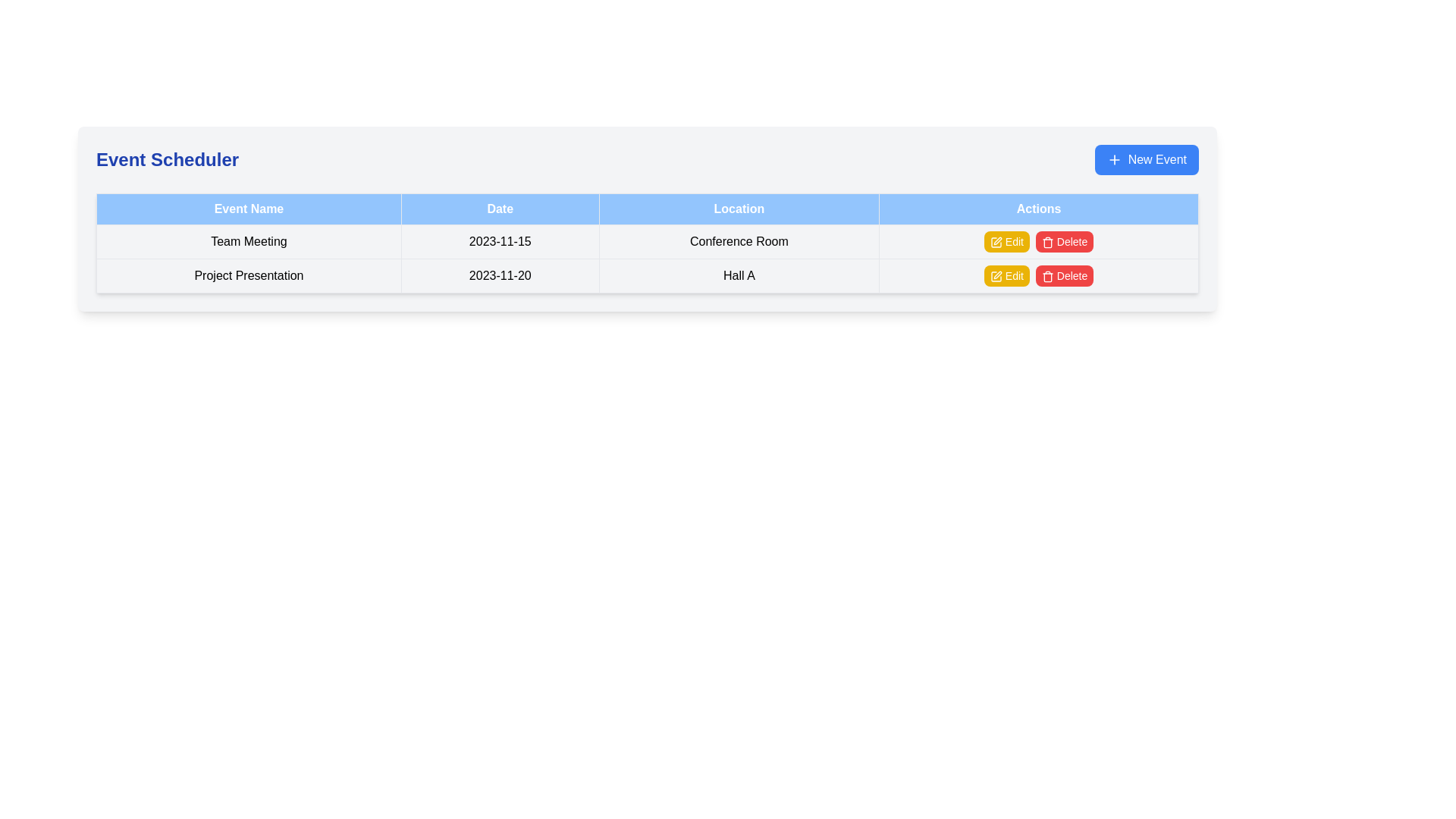  What do you see at coordinates (1114, 160) in the screenshot?
I see `the add icon located to the left of the 'New Event' text within the blue rounded rectangular button to observe the visual change of the button` at bounding box center [1114, 160].